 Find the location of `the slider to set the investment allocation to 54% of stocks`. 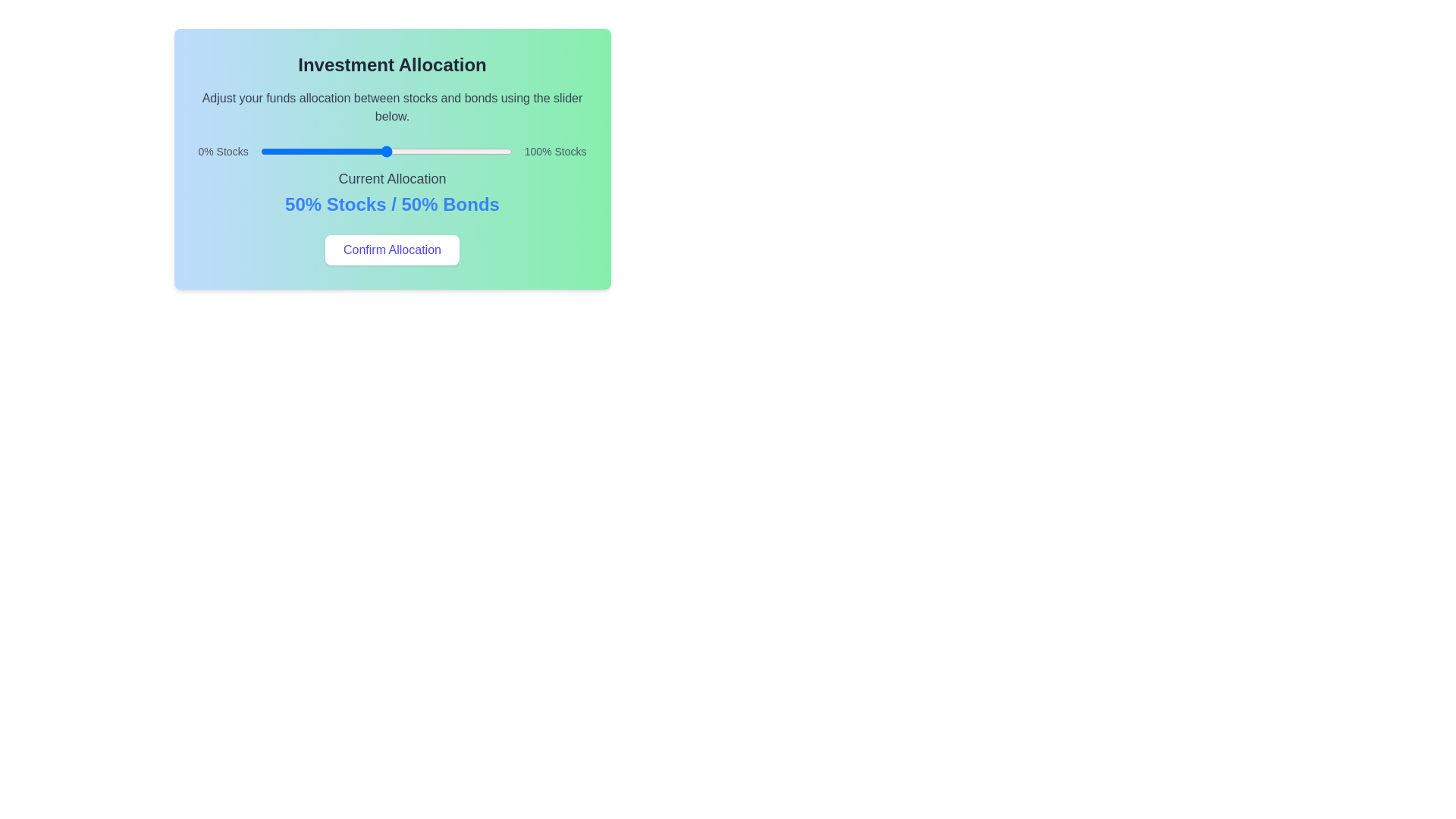

the slider to set the investment allocation to 54% of stocks is located at coordinates (397, 152).